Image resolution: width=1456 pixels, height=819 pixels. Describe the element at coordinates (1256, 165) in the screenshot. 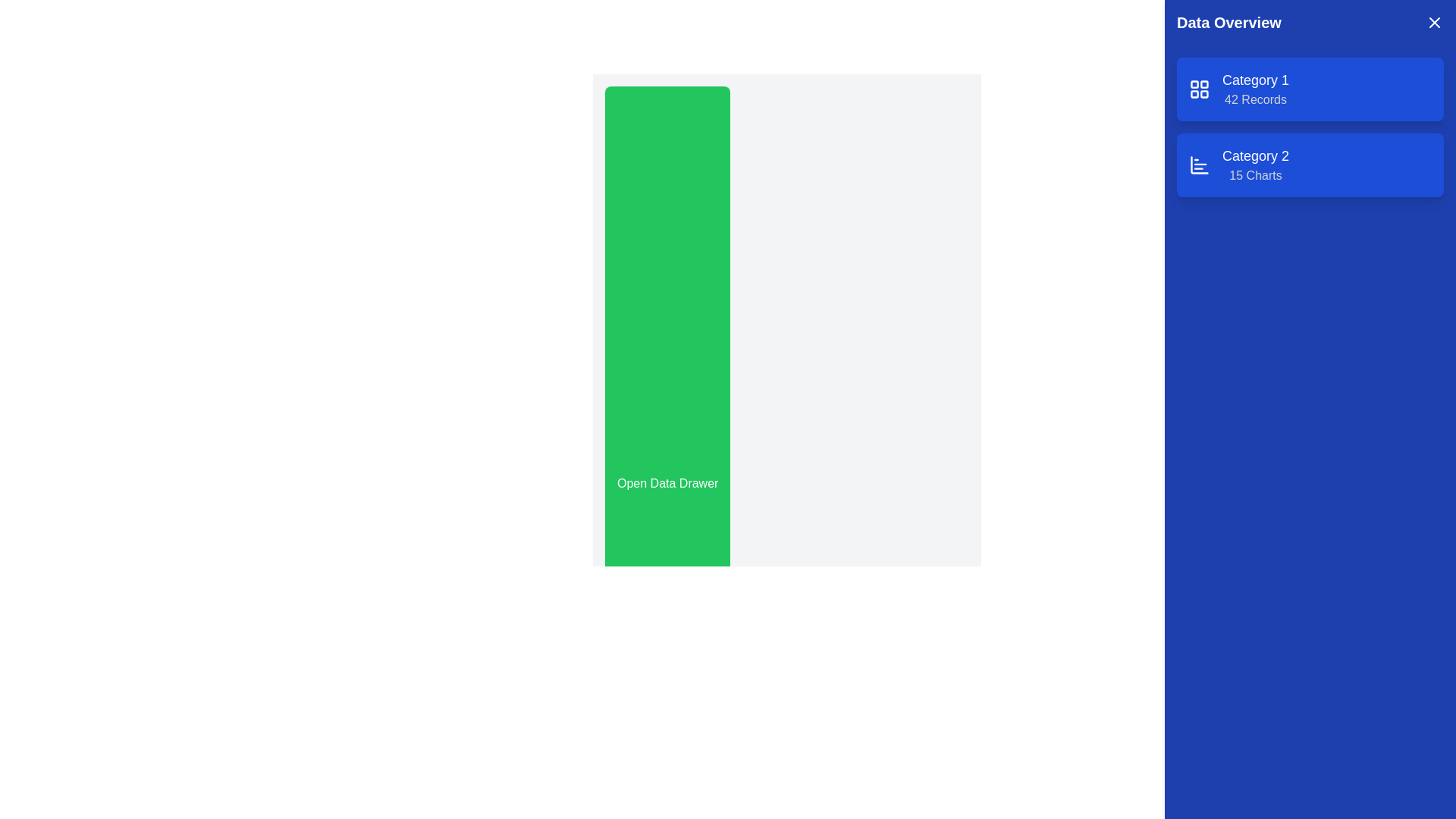

I see `the center of the second category item in the drawer list` at that location.